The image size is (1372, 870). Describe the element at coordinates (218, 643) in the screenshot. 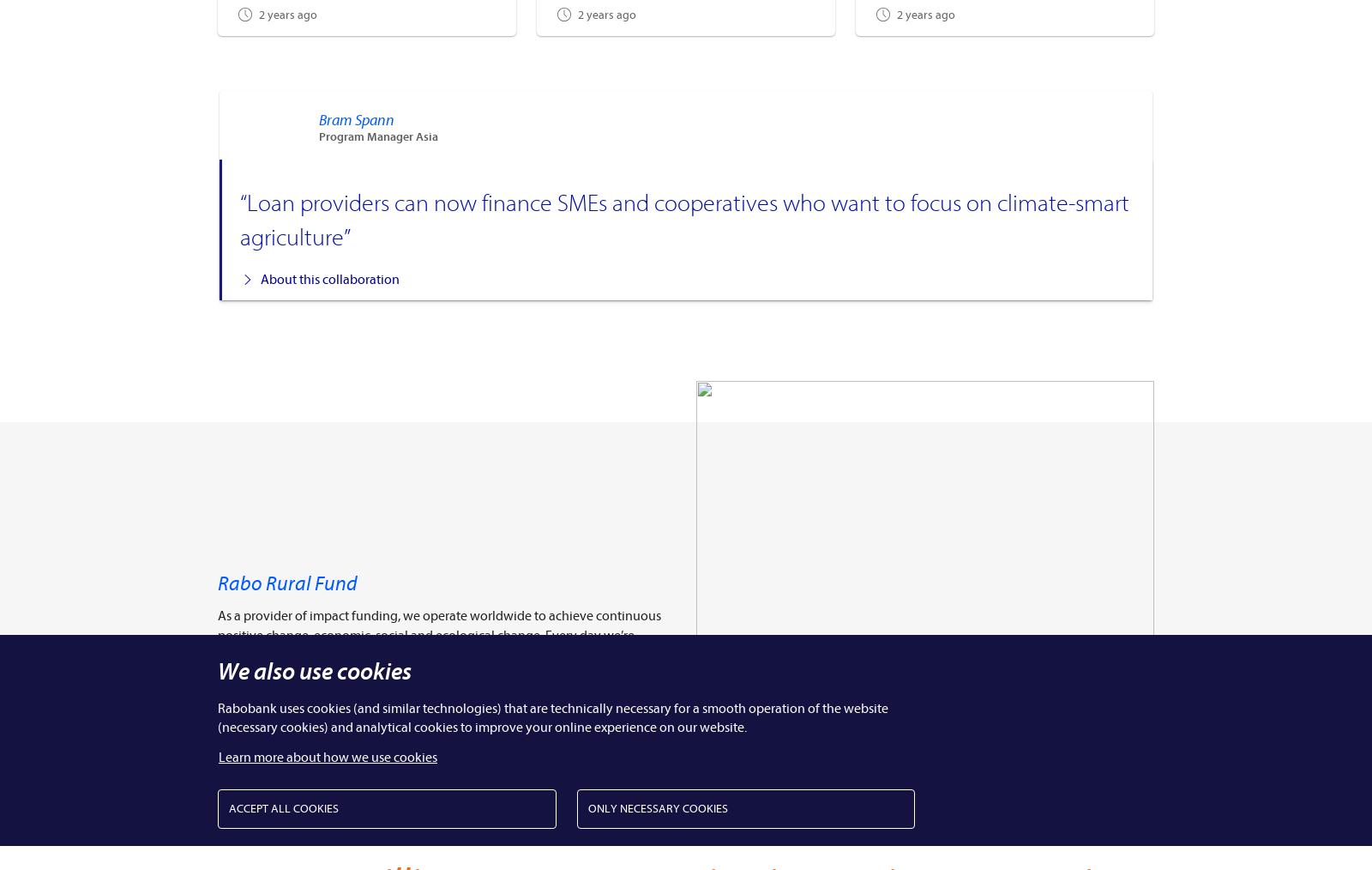

I see `'As a provider of impact funding, we operate worldwide to achieve continuous positive change: economic, social and ecological change. Every day we’re getting closer to our ideal: a fair and sustainable society in which everyone can genuinely participate.'` at that location.